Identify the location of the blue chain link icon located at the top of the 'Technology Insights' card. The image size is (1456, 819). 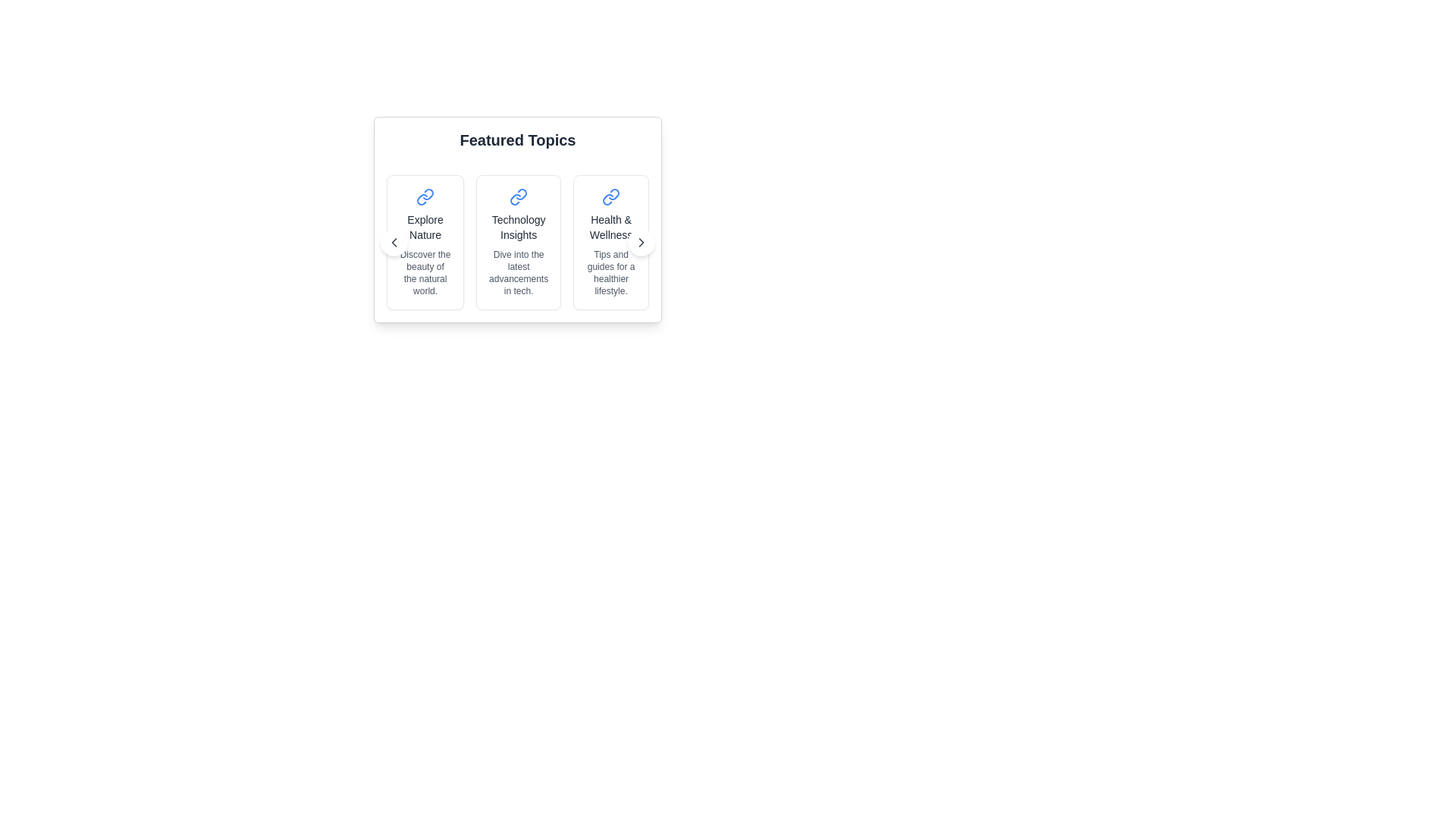
(519, 196).